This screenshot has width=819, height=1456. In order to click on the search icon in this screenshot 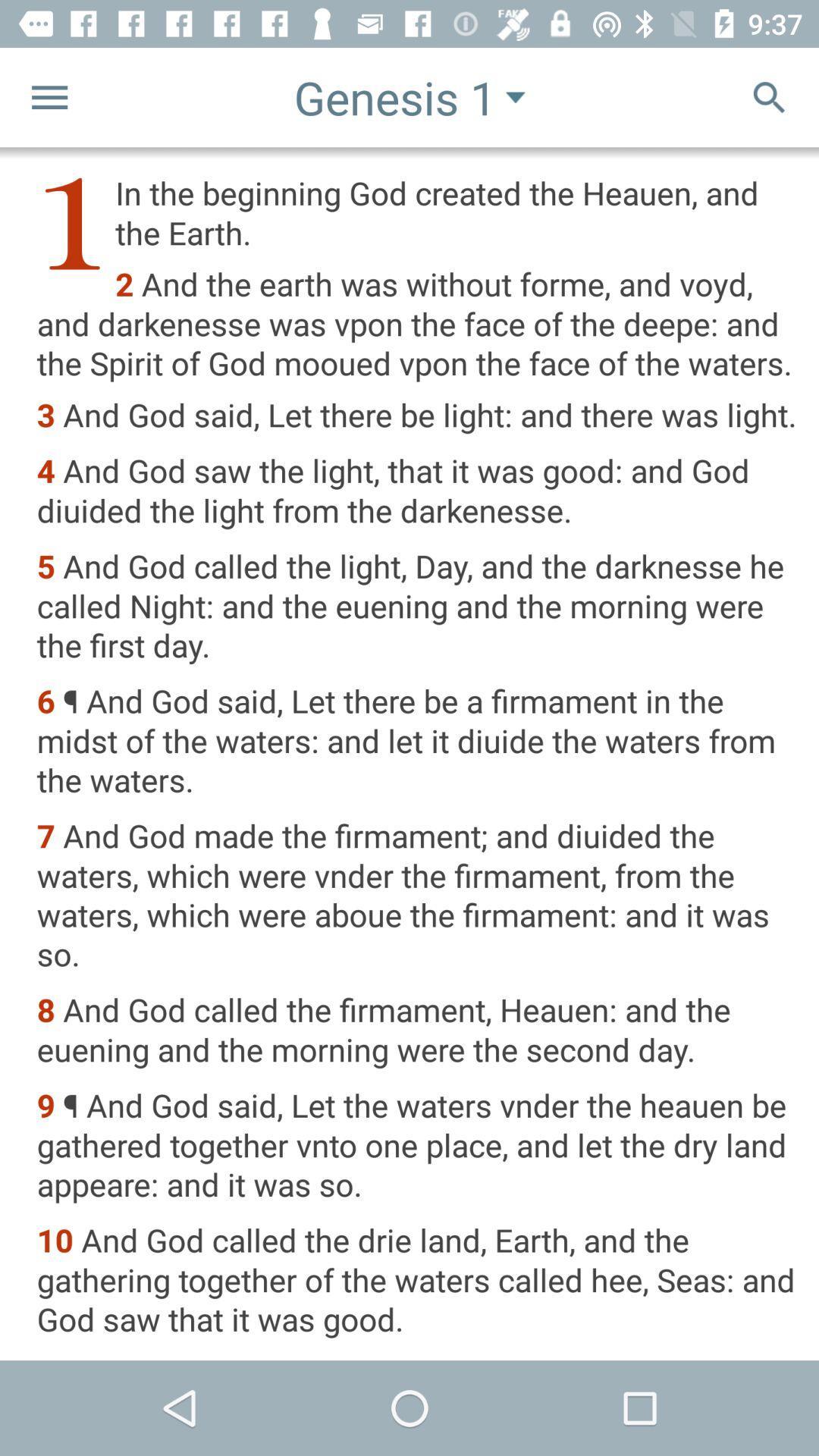, I will do `click(769, 96)`.